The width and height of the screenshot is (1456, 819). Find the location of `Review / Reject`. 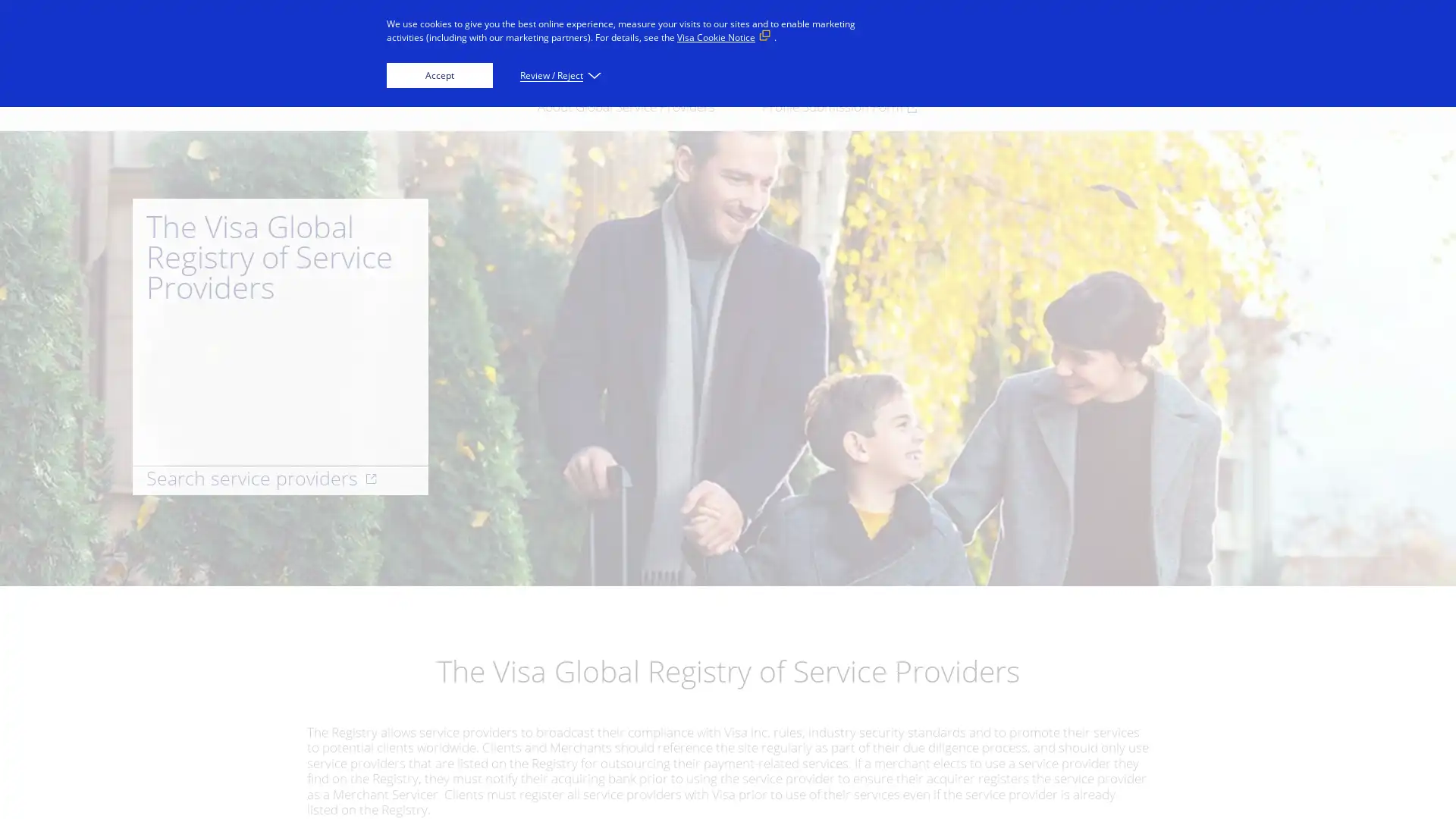

Review / Reject is located at coordinates (557, 75).